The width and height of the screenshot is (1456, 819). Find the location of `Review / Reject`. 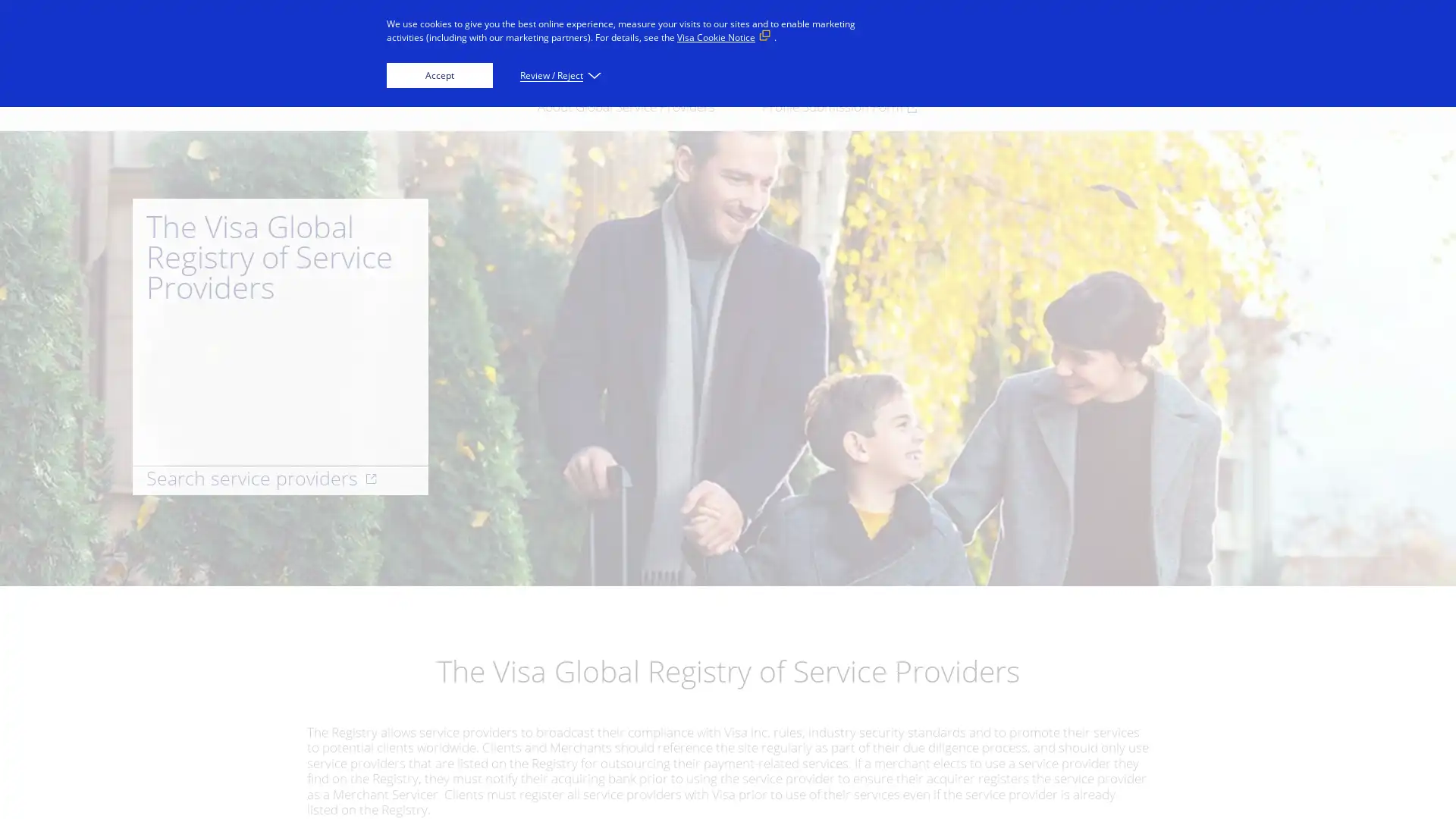

Review / Reject is located at coordinates (557, 75).